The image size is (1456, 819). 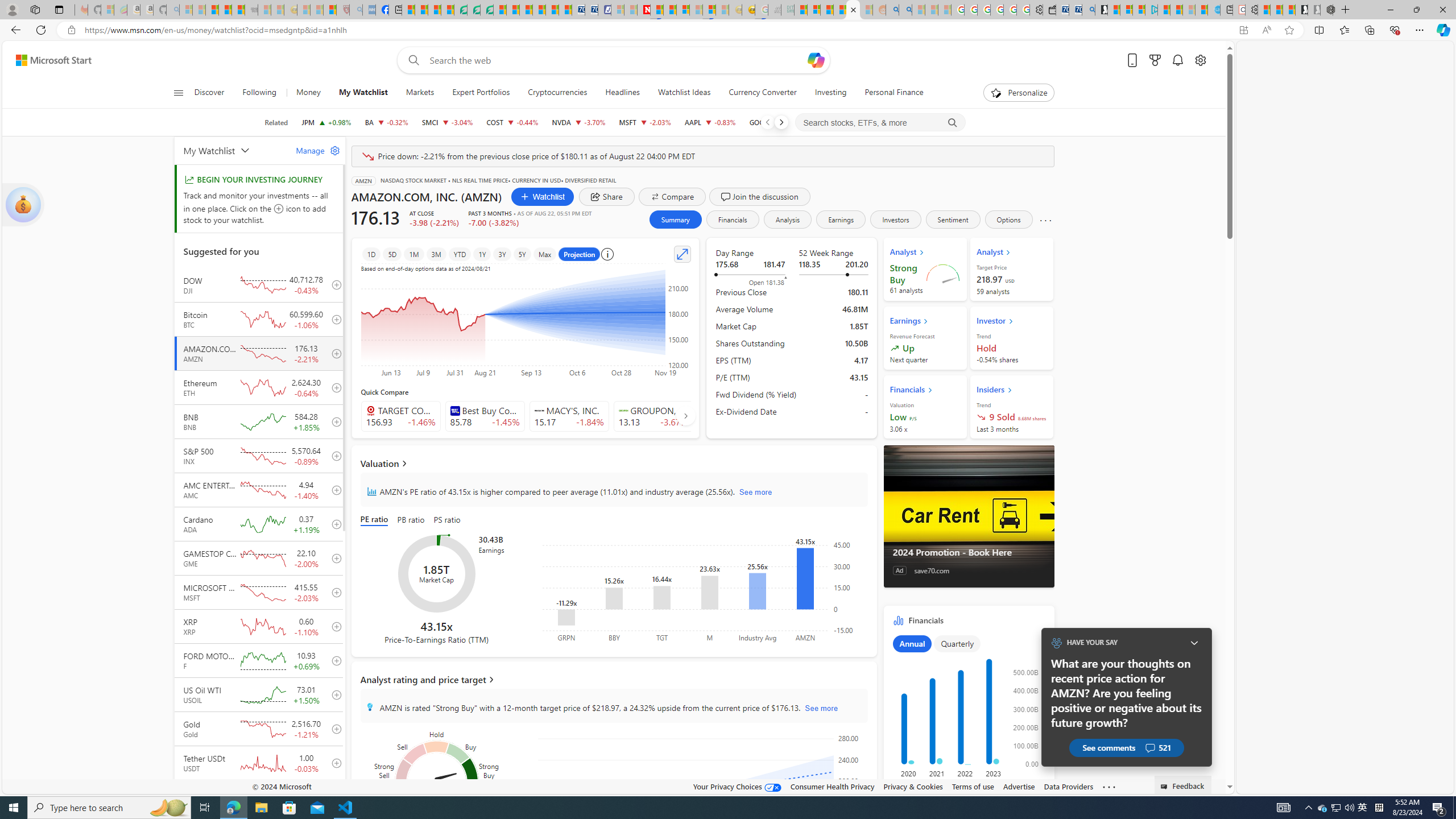 What do you see at coordinates (1108, 786) in the screenshot?
I see `'Class: oneFooter_seeMore-DS-EntryPoint1-1'` at bounding box center [1108, 786].